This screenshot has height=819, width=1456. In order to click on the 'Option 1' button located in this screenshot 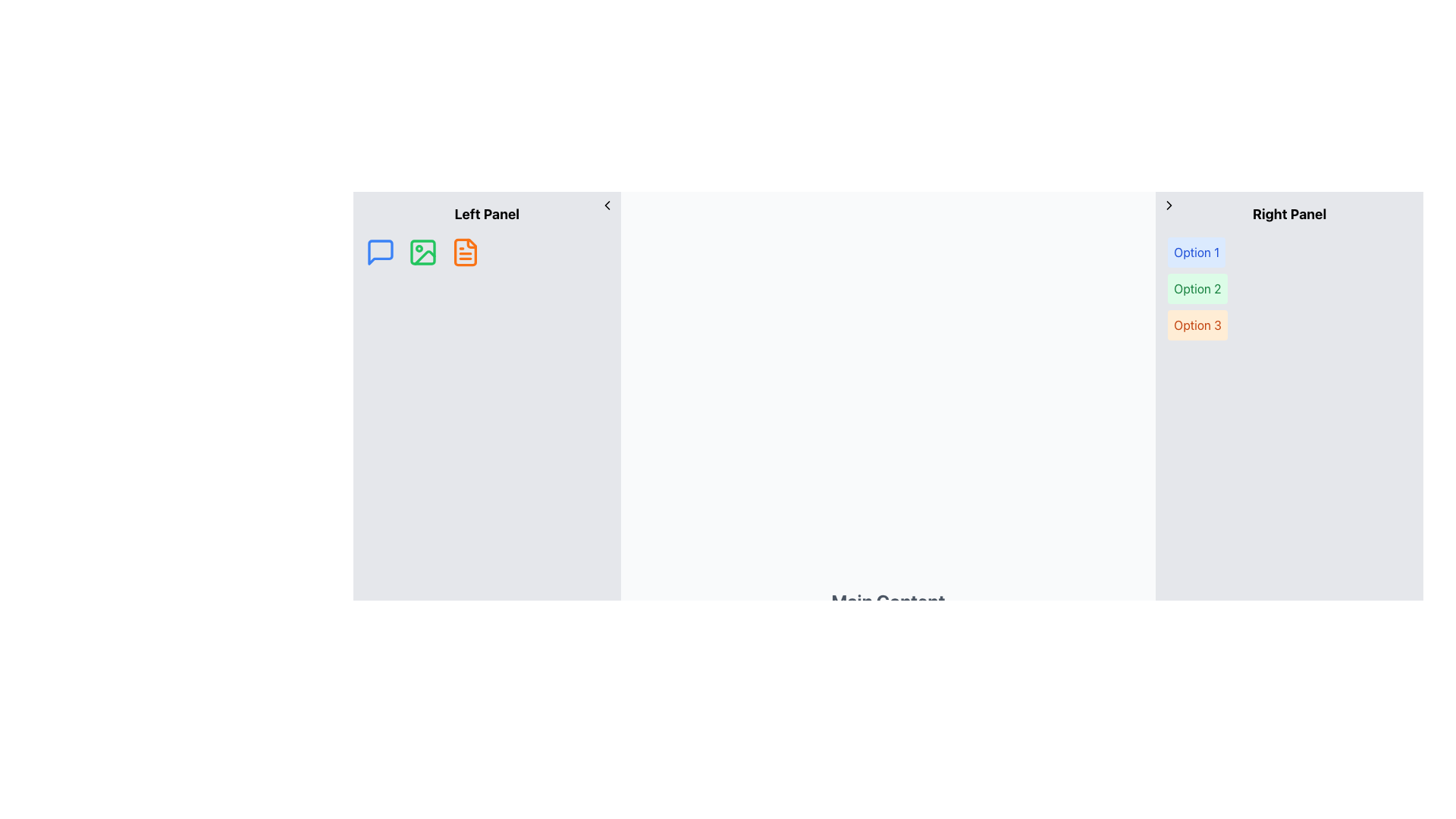, I will do `click(1196, 251)`.